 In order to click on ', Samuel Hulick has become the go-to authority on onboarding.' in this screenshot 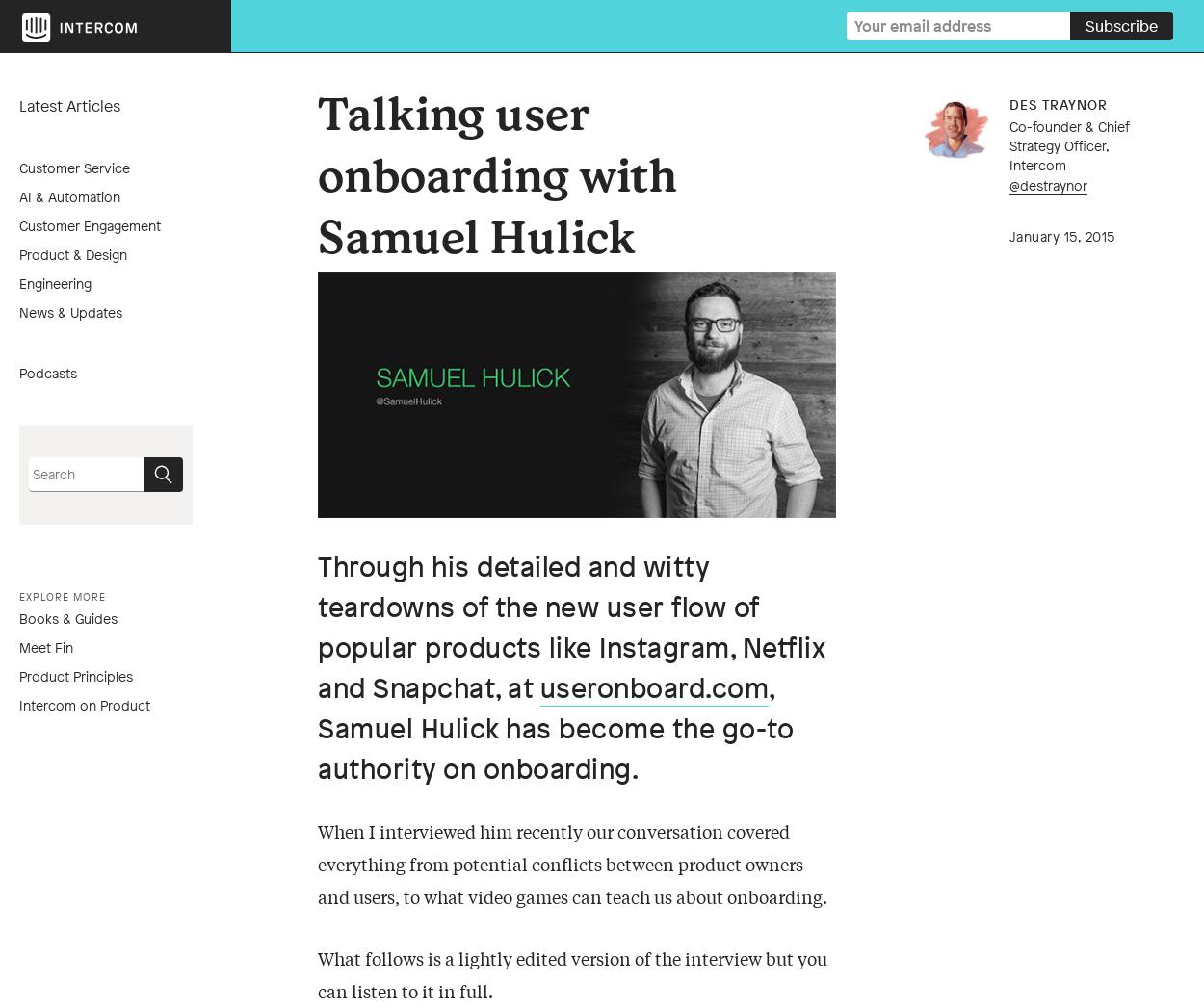, I will do `click(555, 728)`.